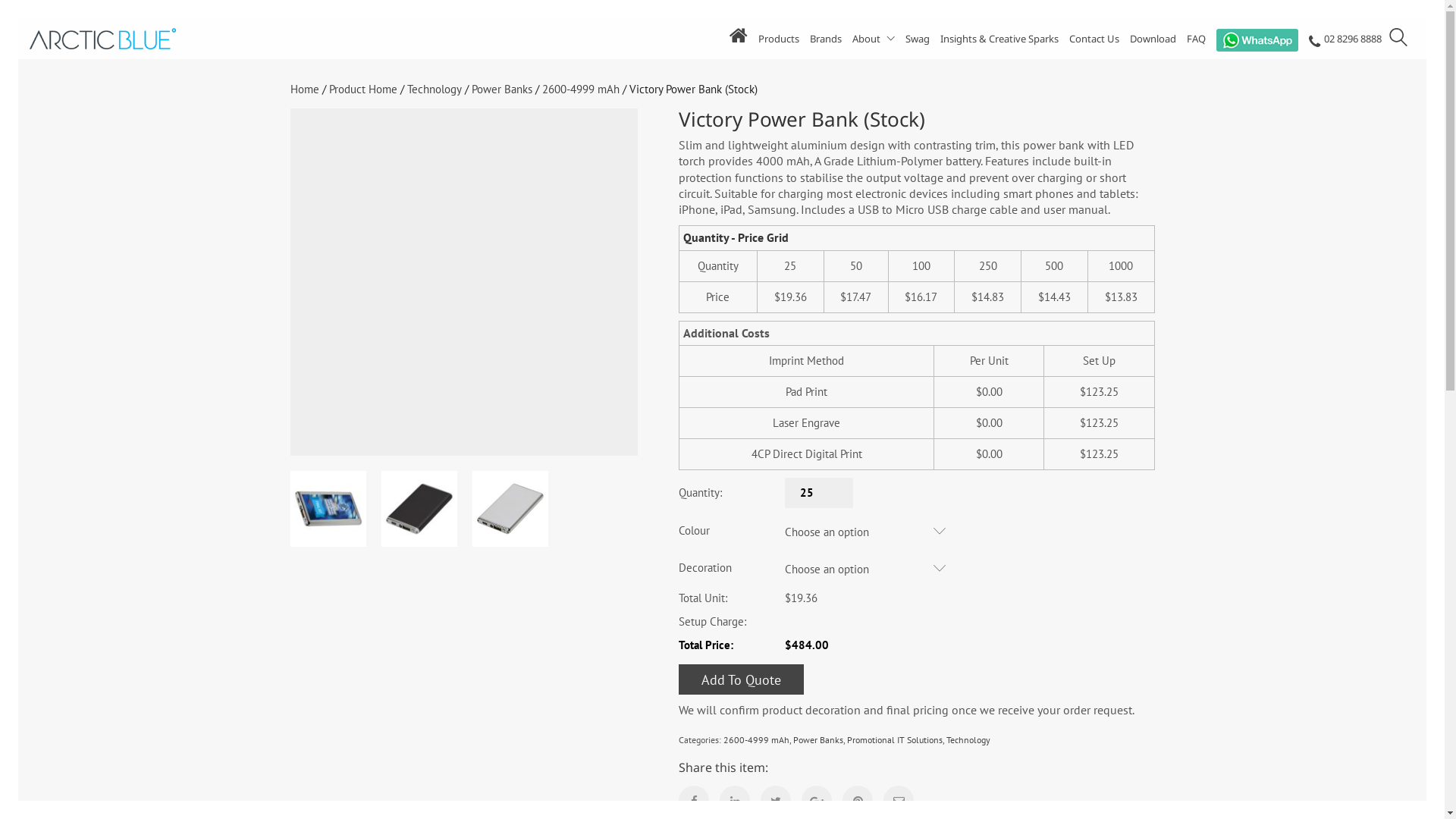 This screenshot has width=1456, height=819. I want to click on 'Contact Us', so click(1068, 38).